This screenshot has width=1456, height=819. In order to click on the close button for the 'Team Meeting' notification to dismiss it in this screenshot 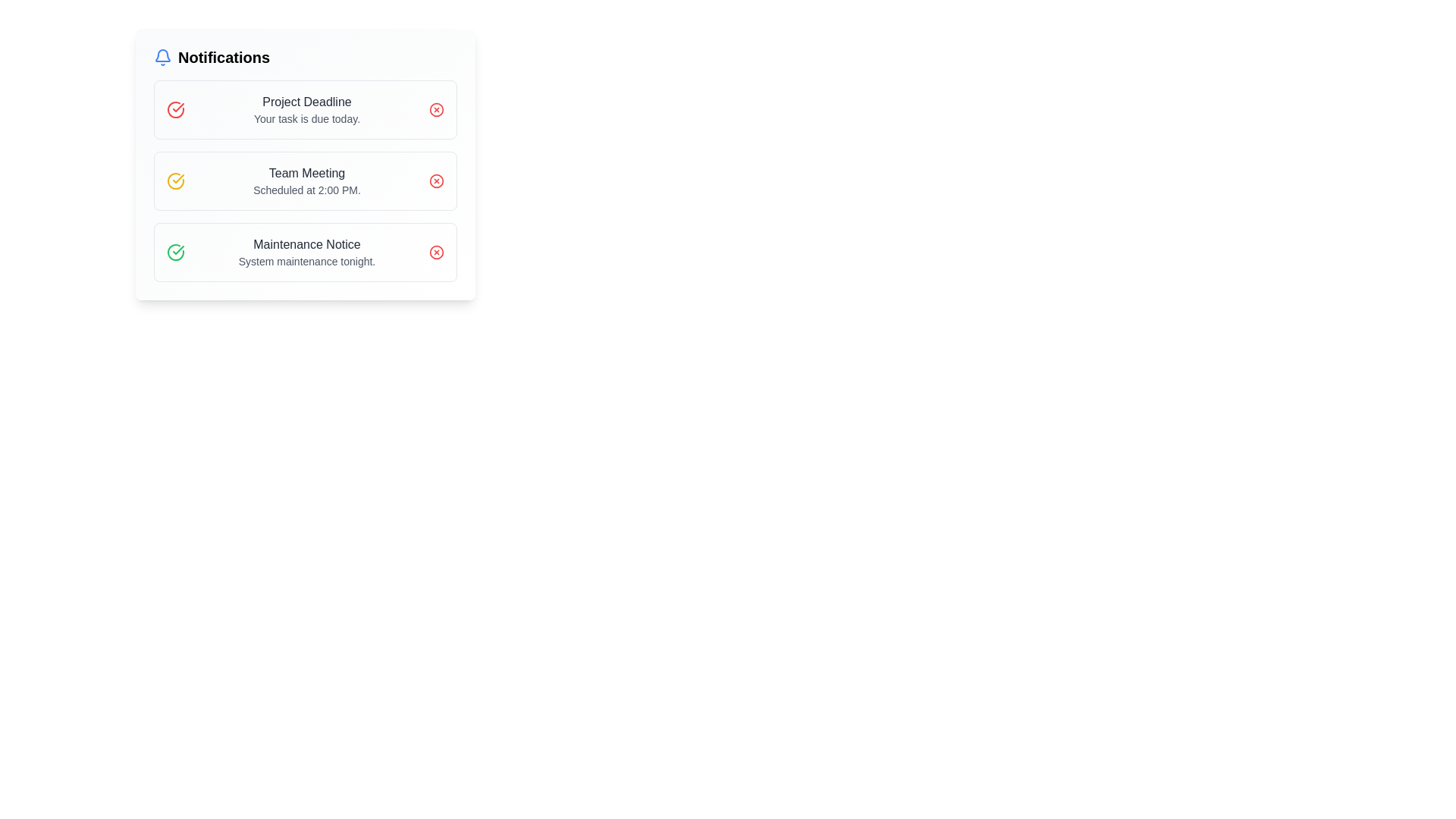, I will do `click(436, 180)`.